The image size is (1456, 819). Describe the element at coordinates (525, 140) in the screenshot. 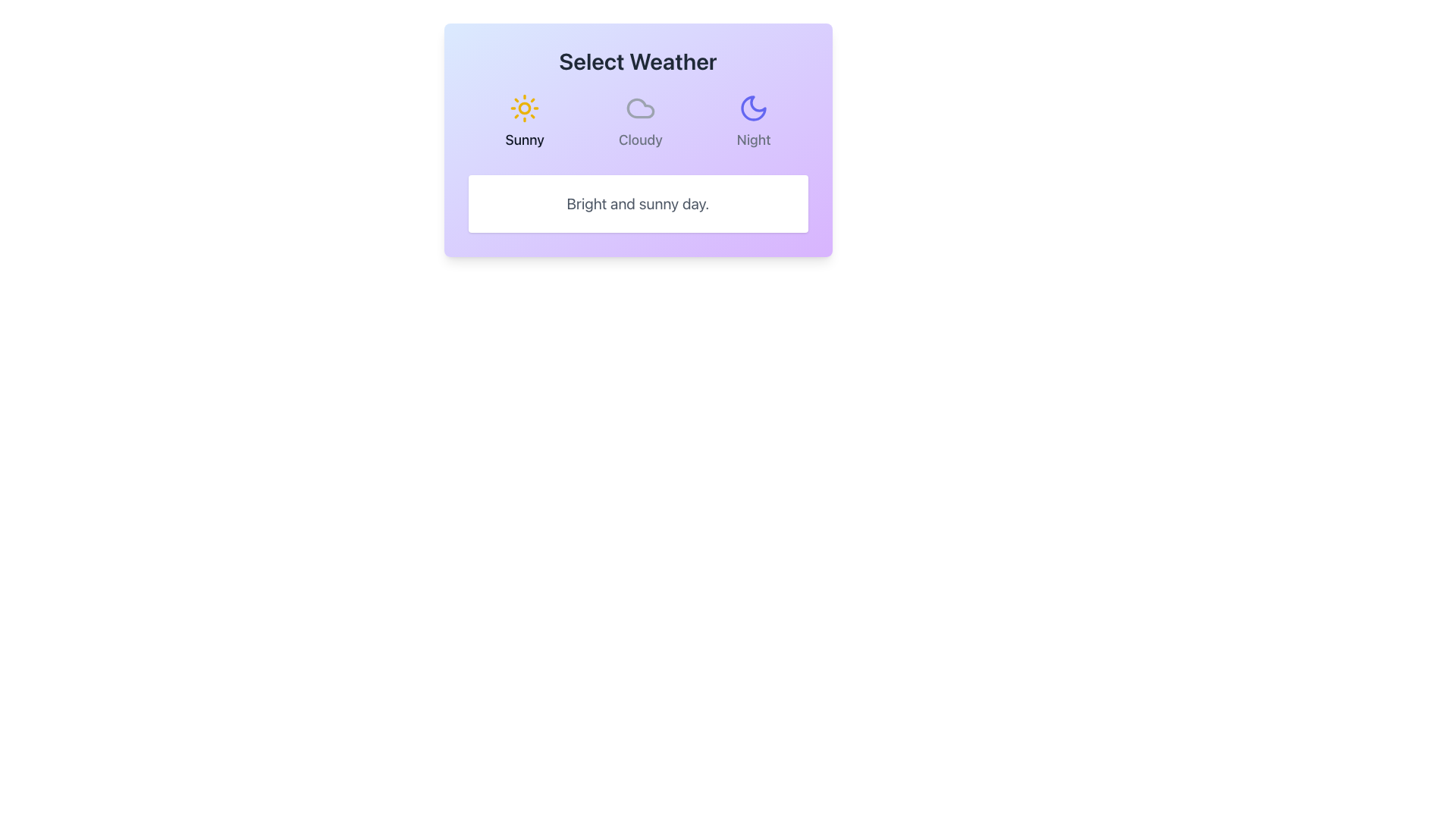

I see `the text label displaying 'Sunny', which is styled in a medium-weight, large black font and indicates sunny weather conditions, located near the center of the weather selection interface` at that location.